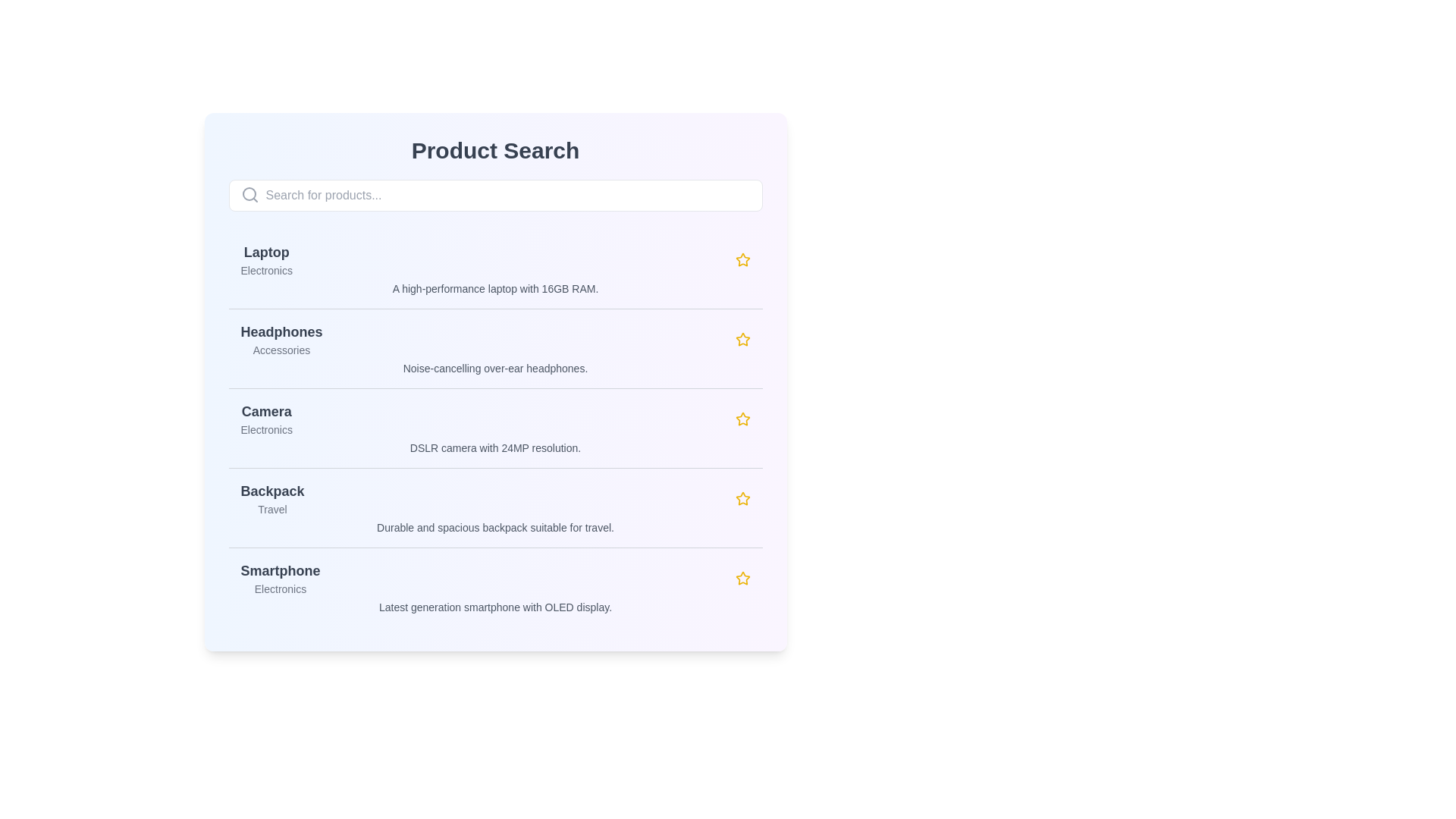 This screenshot has width=1456, height=819. What do you see at coordinates (495, 348) in the screenshot?
I see `the list item entry for 'Headphones', which includes the title, subtitle, and description` at bounding box center [495, 348].